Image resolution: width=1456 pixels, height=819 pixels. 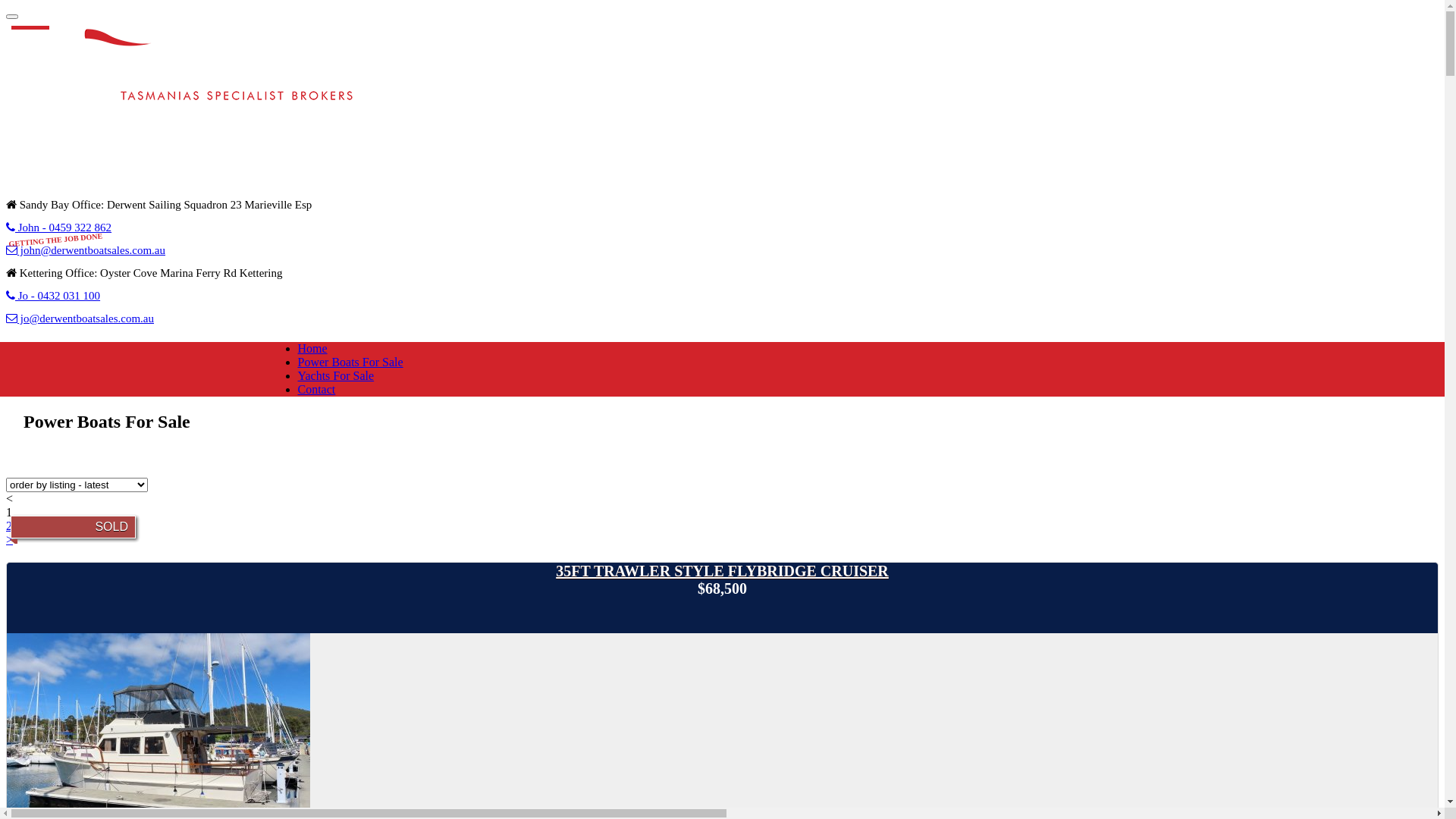 I want to click on 'Power Boats For Sale', so click(x=349, y=362).